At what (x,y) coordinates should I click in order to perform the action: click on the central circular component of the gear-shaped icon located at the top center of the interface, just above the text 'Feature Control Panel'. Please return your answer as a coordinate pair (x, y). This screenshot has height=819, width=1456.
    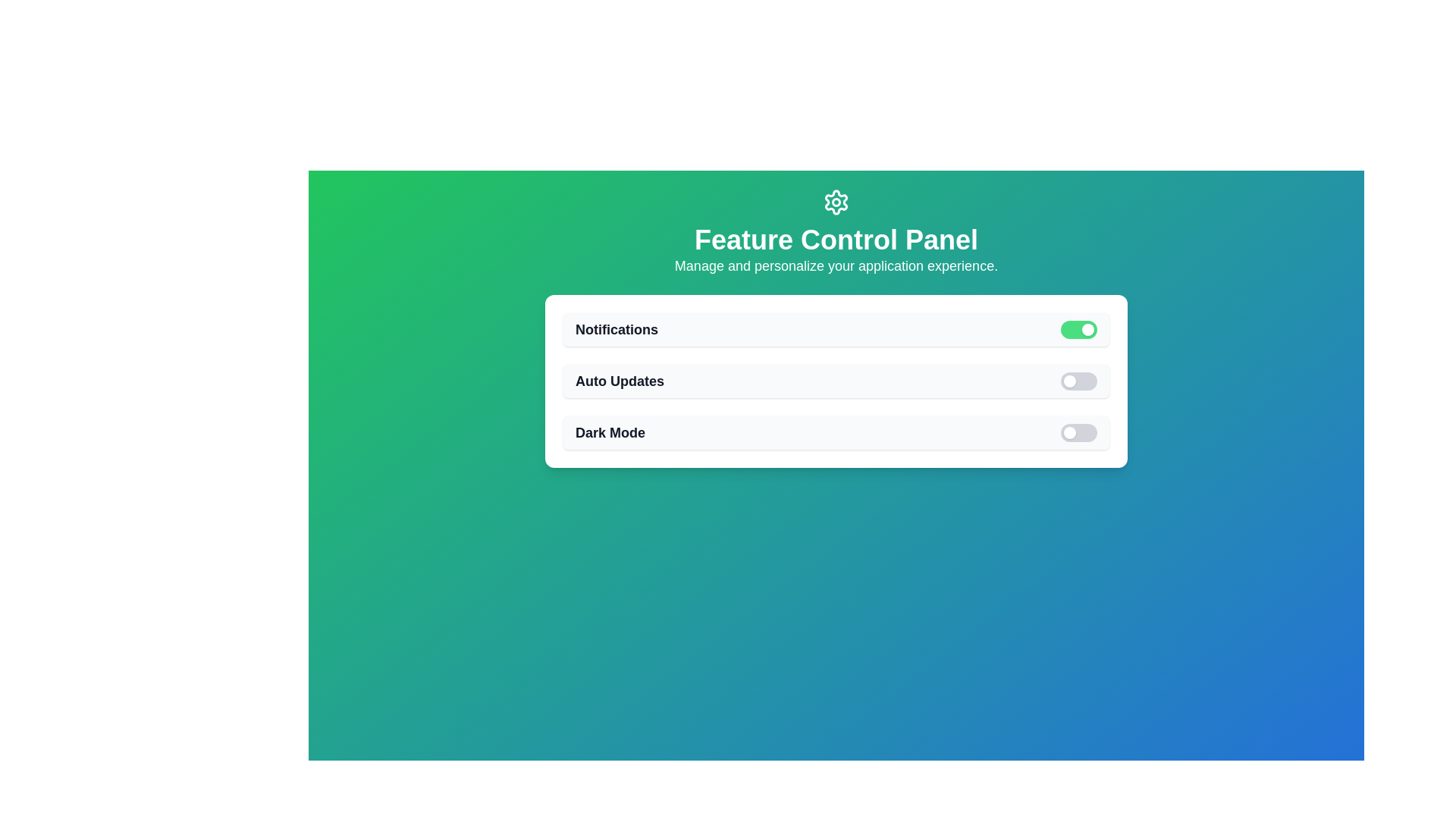
    Looking at the image, I should click on (836, 201).